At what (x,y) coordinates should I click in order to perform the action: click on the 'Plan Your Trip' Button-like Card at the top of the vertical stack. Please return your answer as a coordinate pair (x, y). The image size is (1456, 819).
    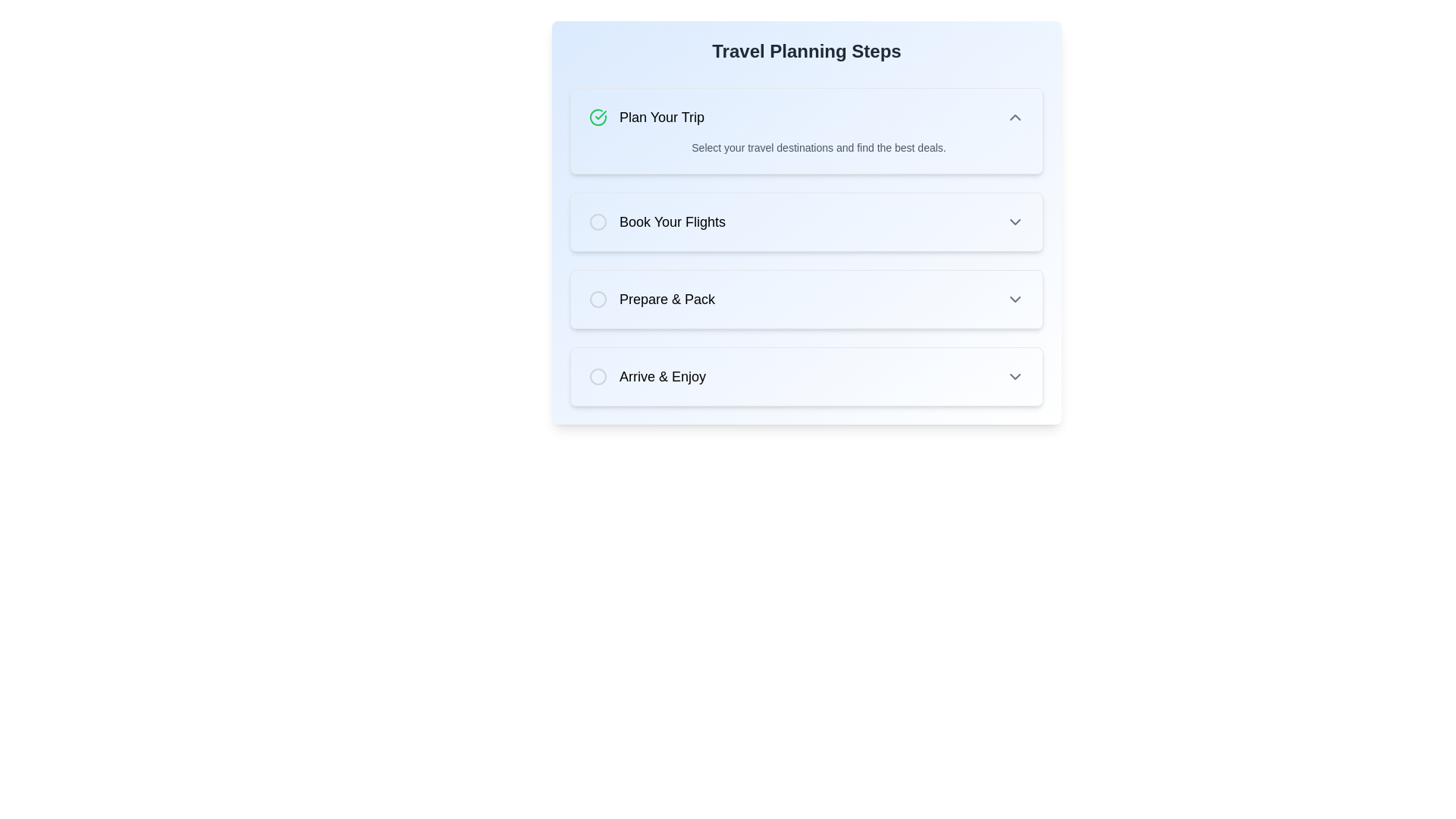
    Looking at the image, I should click on (806, 130).